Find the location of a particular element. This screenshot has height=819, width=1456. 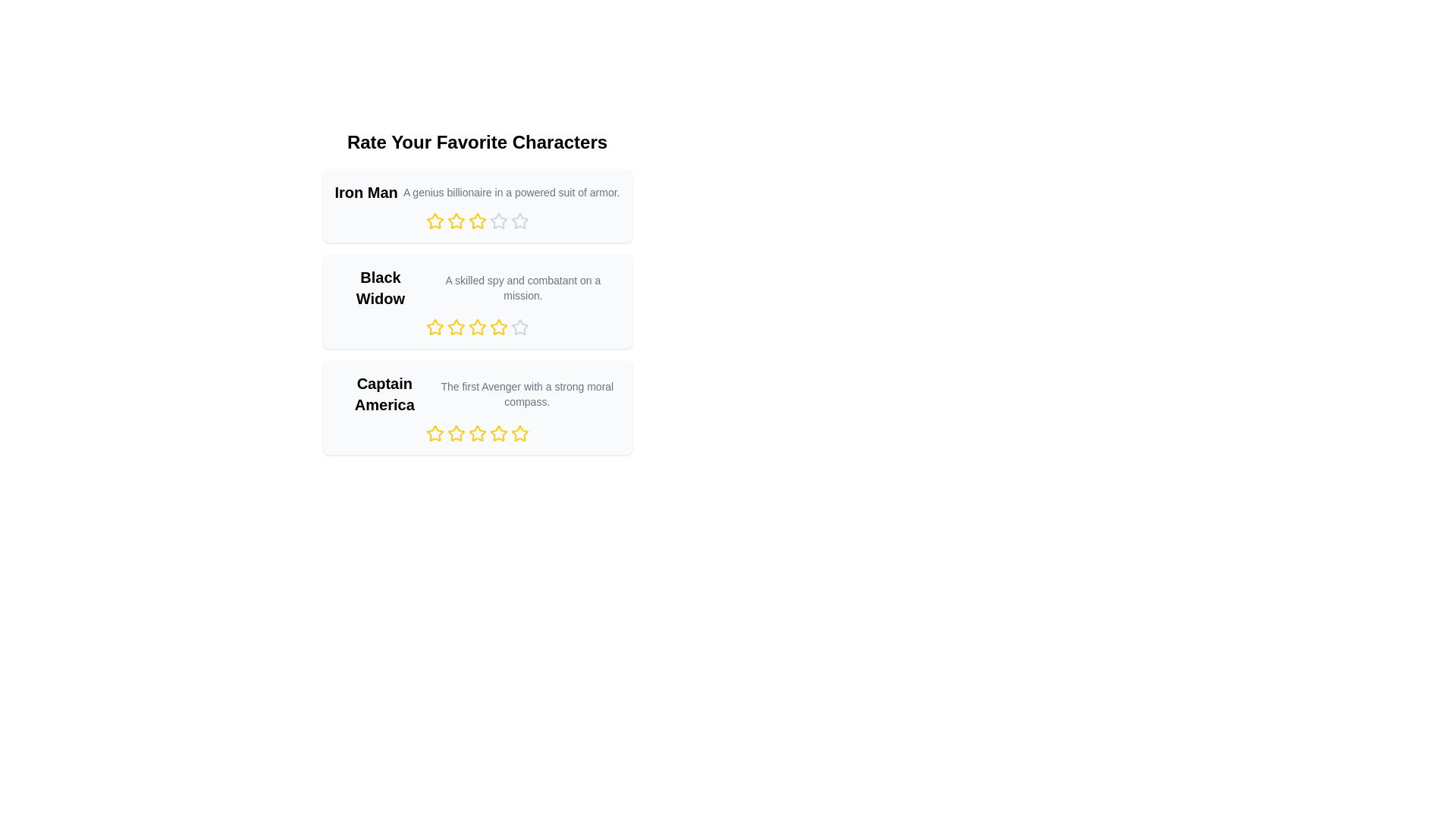

the second star icon in the rating options for the 'Black Widow' entry to assign a rating is located at coordinates (434, 327).